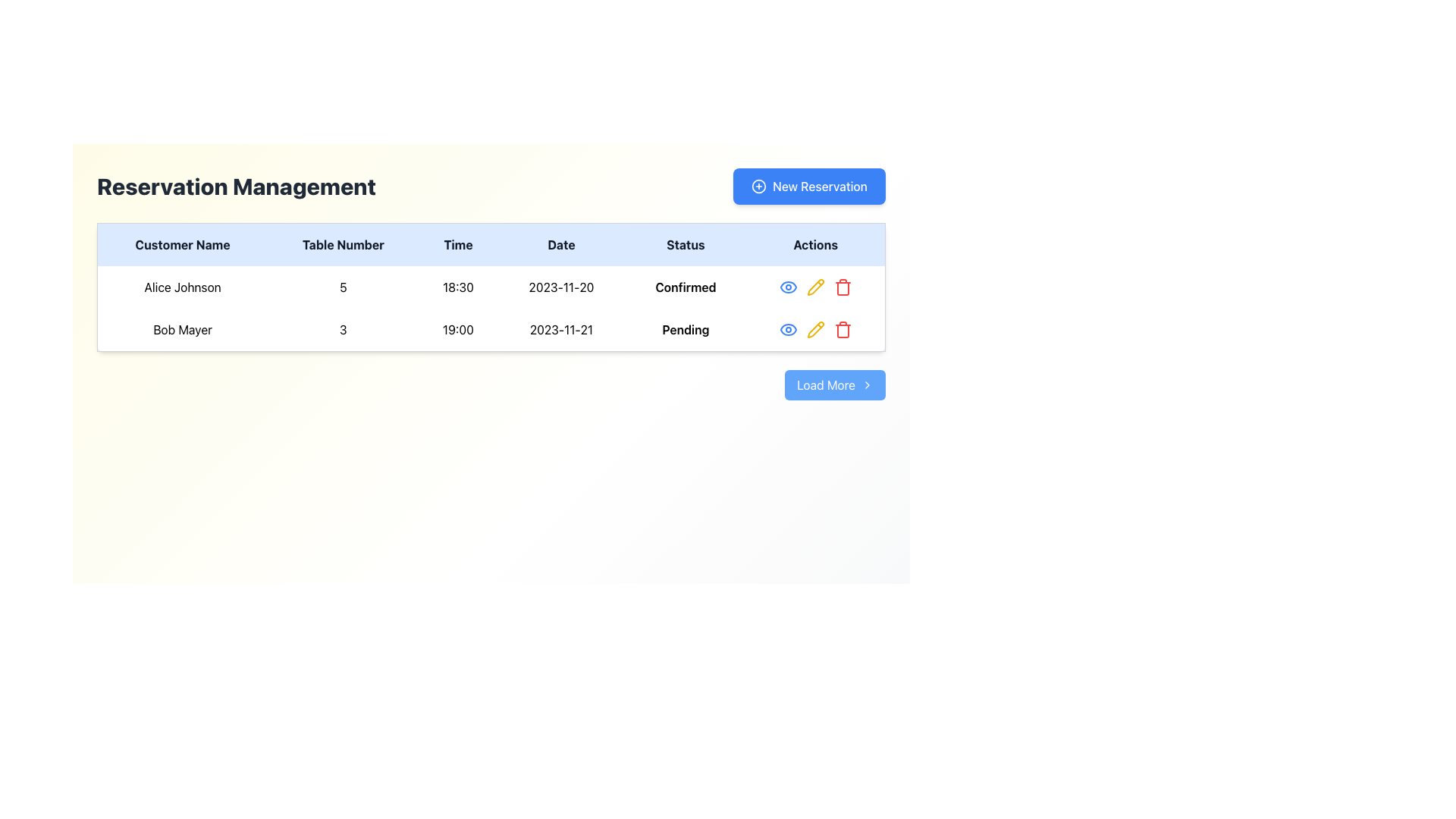  Describe the element at coordinates (685, 329) in the screenshot. I see `the 'Pending' text label in the 'Status' column of the second row corresponding to the reservation for 'Bob Mayer'` at that location.